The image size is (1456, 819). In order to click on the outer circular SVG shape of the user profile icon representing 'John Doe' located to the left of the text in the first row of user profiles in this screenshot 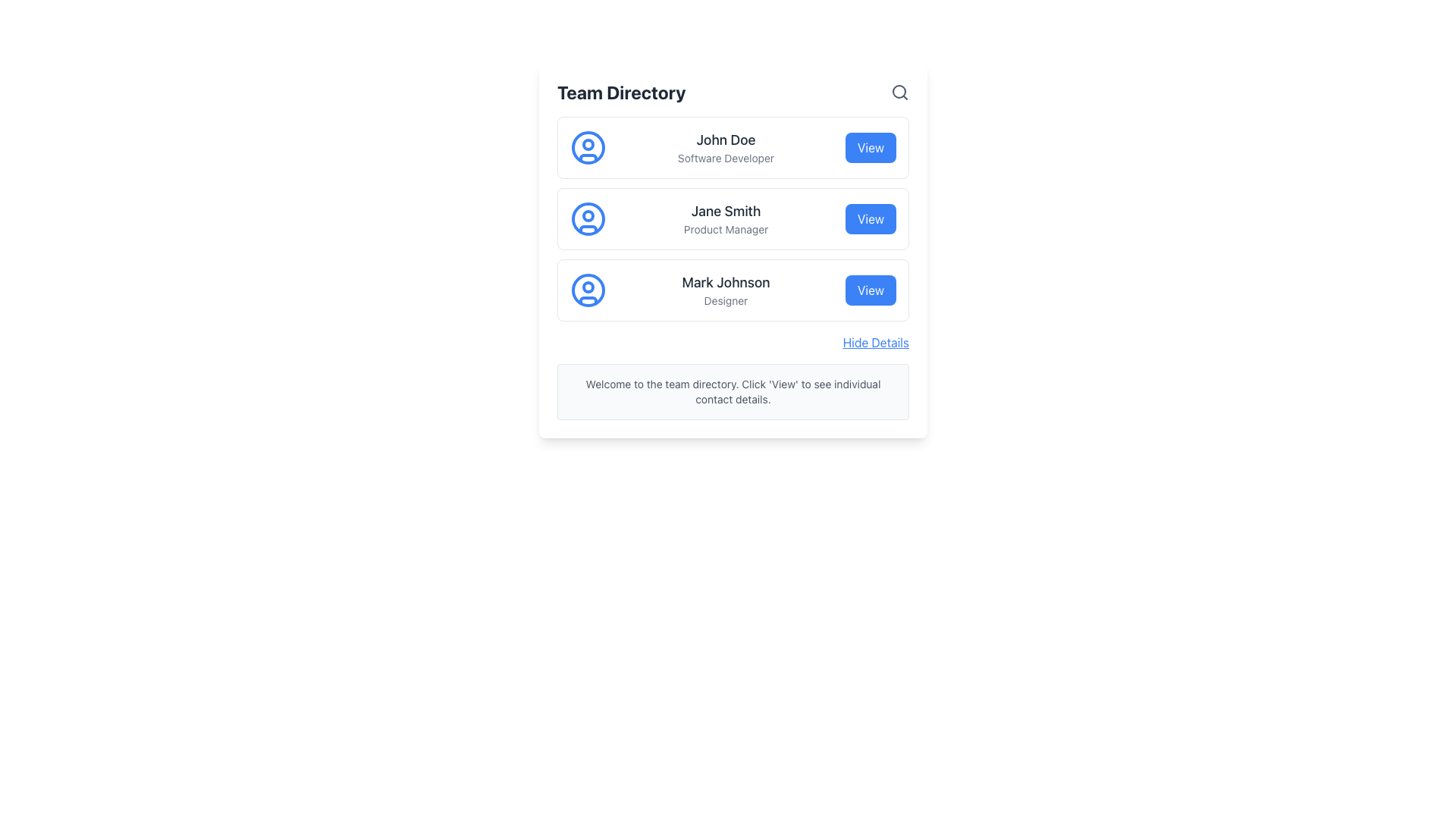, I will do `click(588, 148)`.